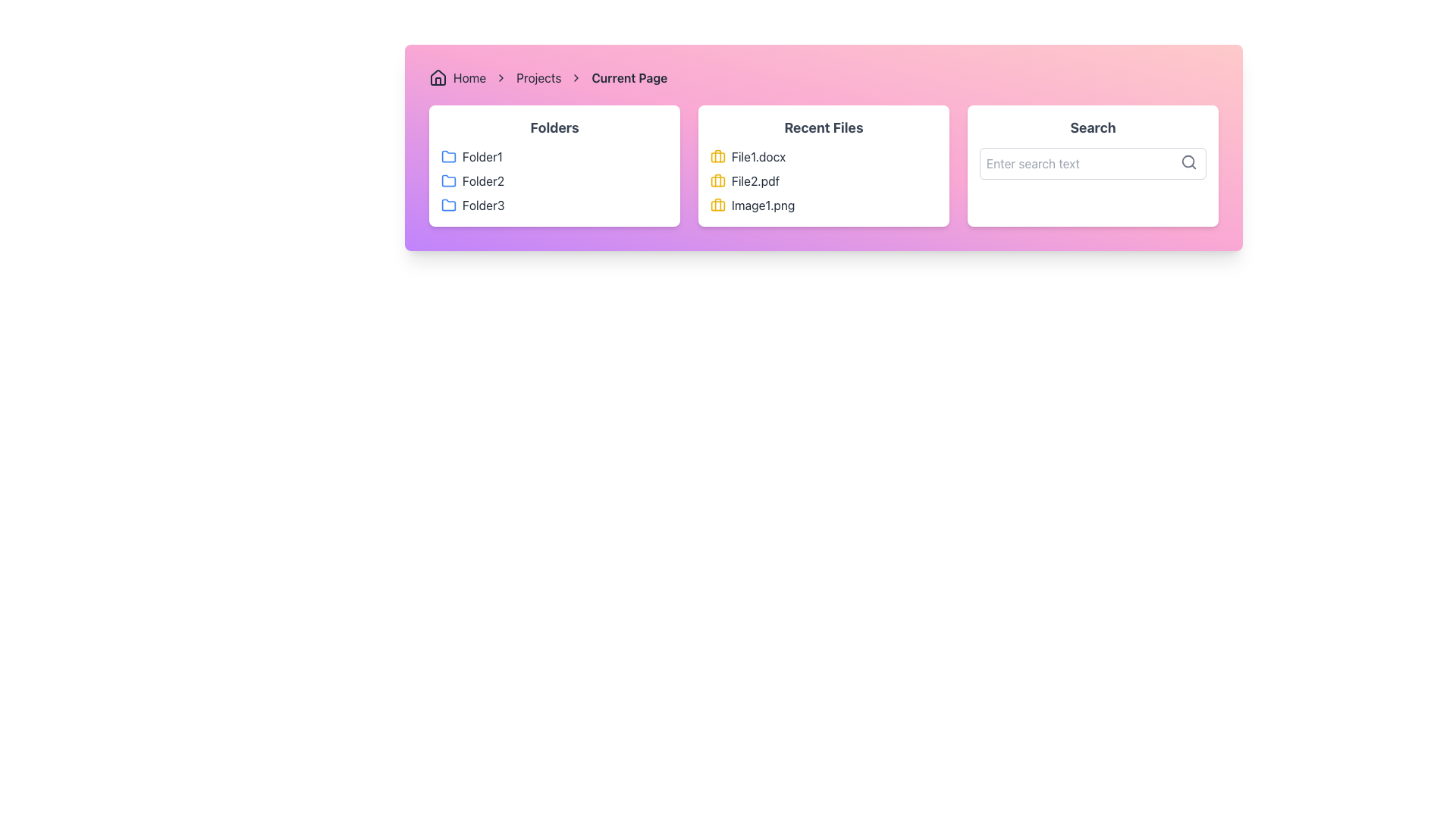  I want to click on the text label displaying 'File1.docx' located in the 'Recent Files' section, so click(758, 157).